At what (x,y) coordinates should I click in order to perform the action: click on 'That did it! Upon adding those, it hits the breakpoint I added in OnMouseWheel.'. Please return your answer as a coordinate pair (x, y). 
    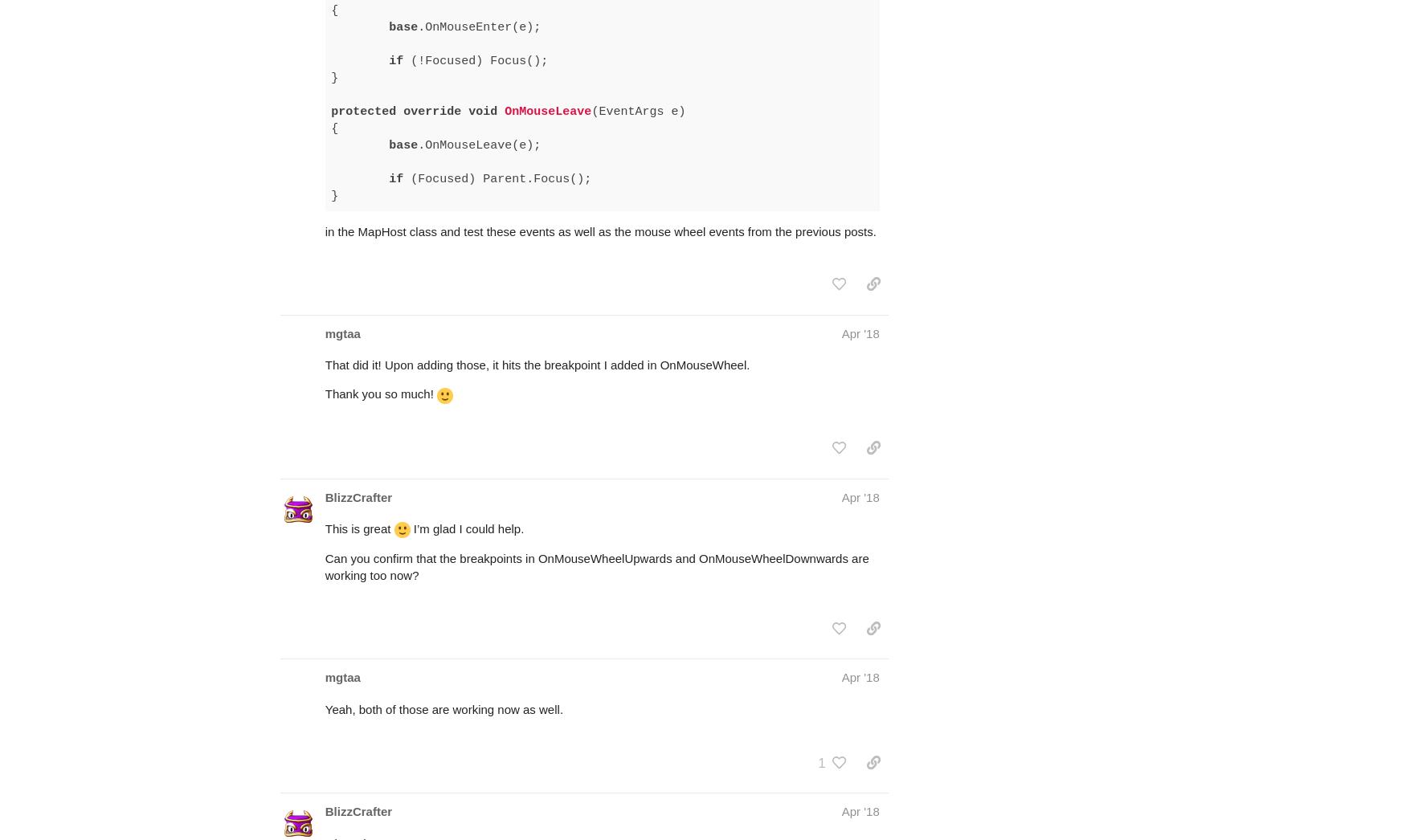
    Looking at the image, I should click on (536, 302).